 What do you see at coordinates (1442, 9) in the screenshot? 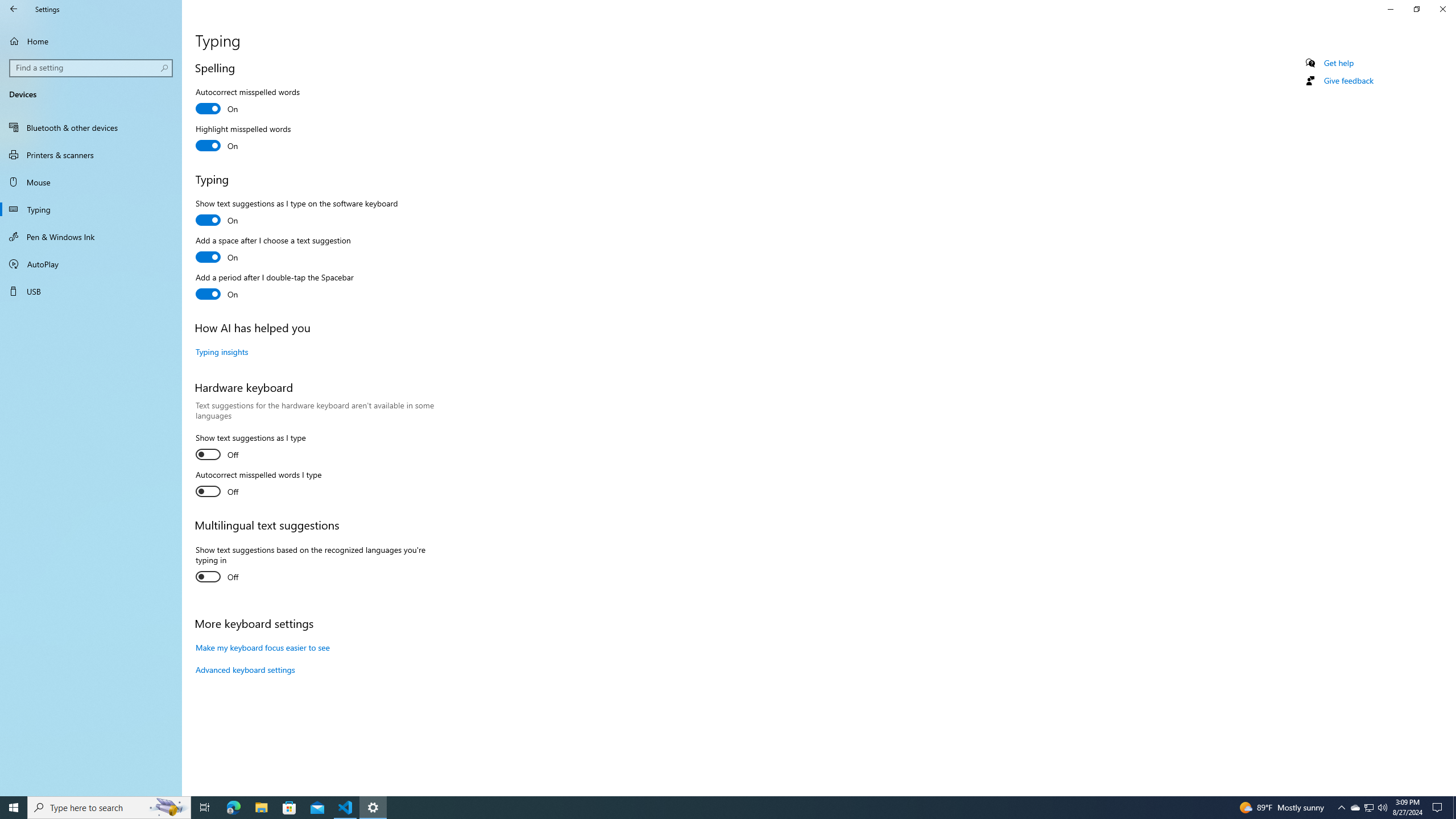
I see `'Close Settings'` at bounding box center [1442, 9].